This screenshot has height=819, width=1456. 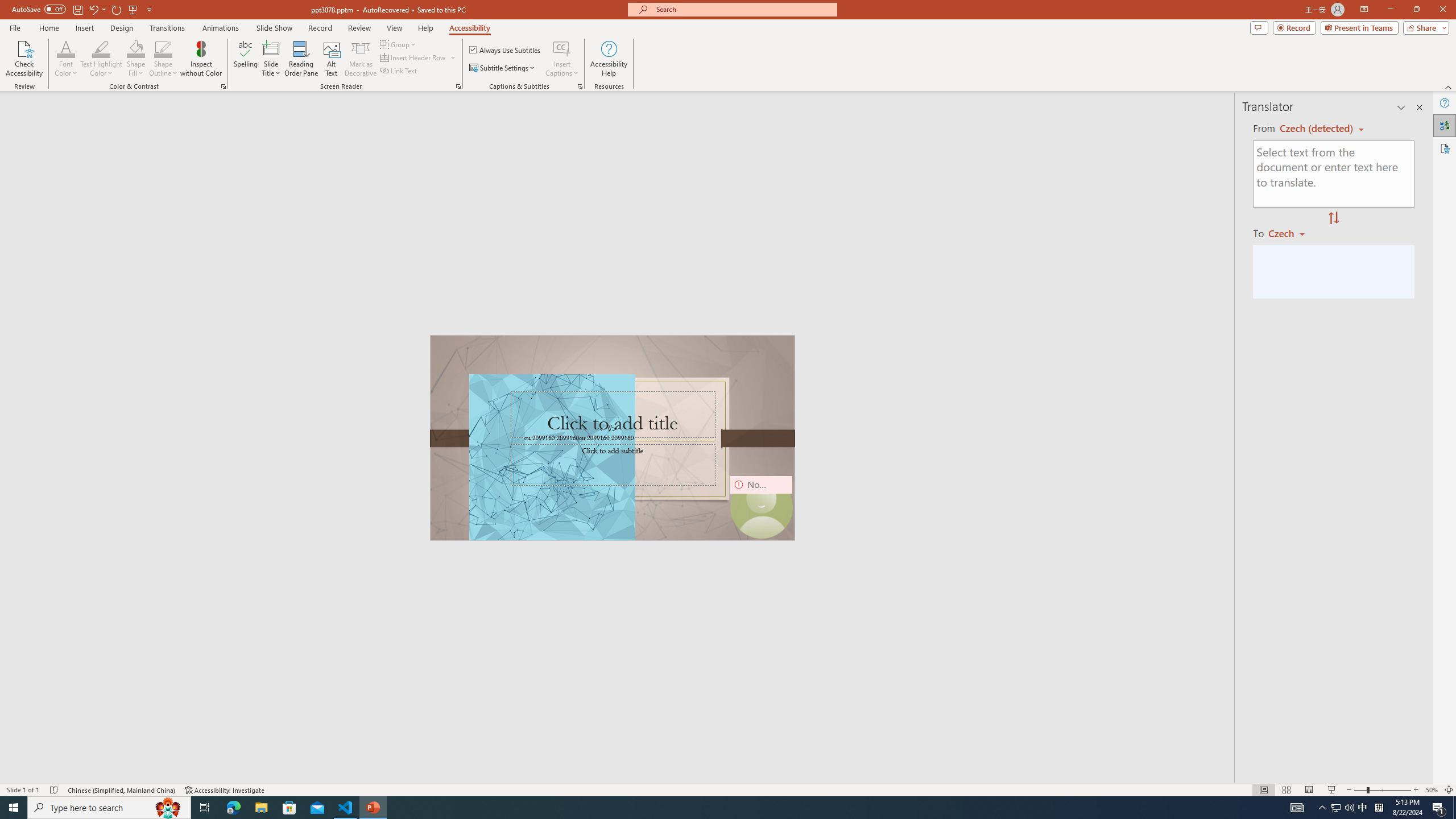 What do you see at coordinates (760, 507) in the screenshot?
I see `'Camera 9, No camera detected.'` at bounding box center [760, 507].